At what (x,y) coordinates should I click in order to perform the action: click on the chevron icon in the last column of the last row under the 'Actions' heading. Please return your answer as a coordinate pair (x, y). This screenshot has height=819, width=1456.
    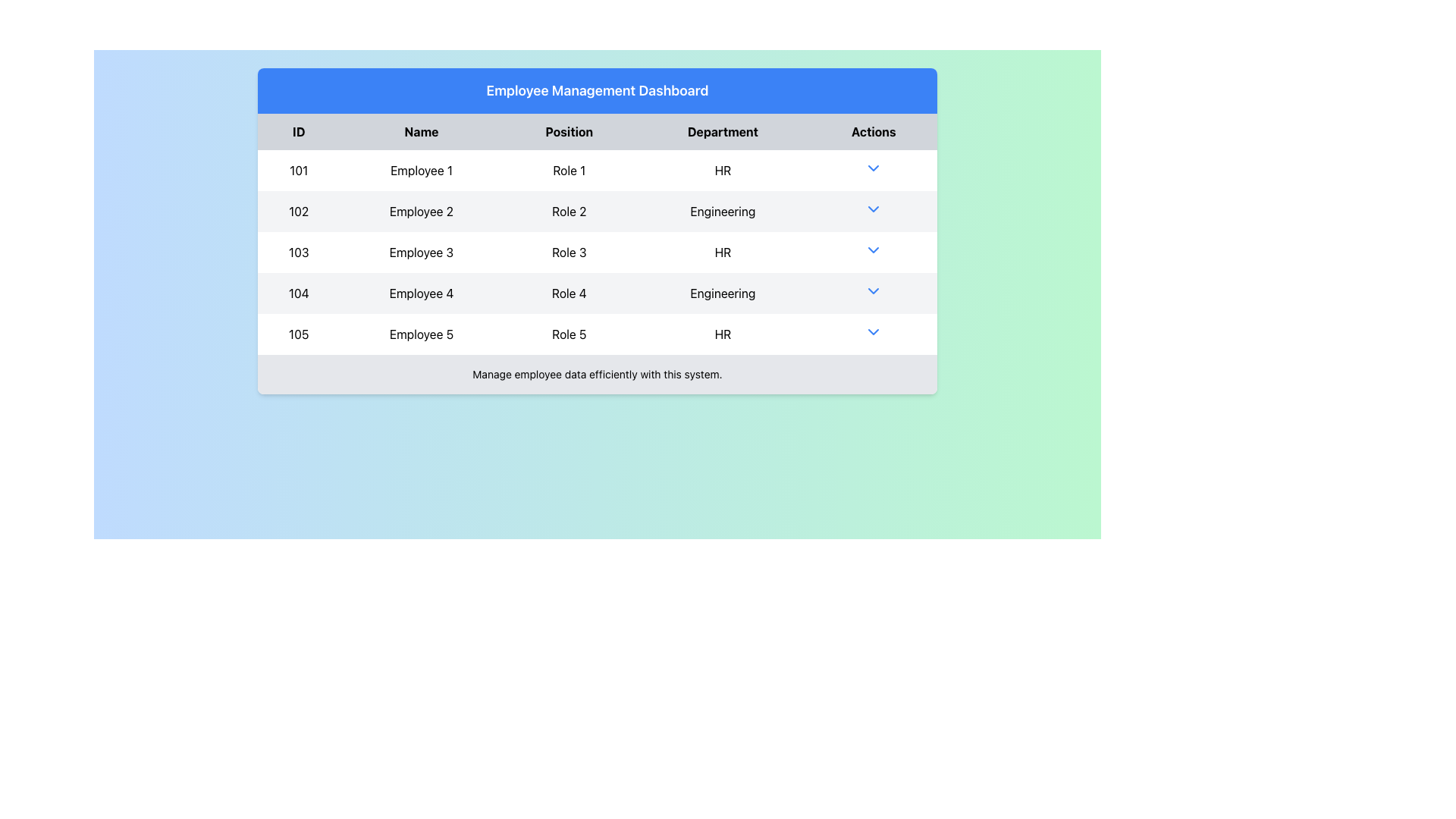
    Looking at the image, I should click on (874, 333).